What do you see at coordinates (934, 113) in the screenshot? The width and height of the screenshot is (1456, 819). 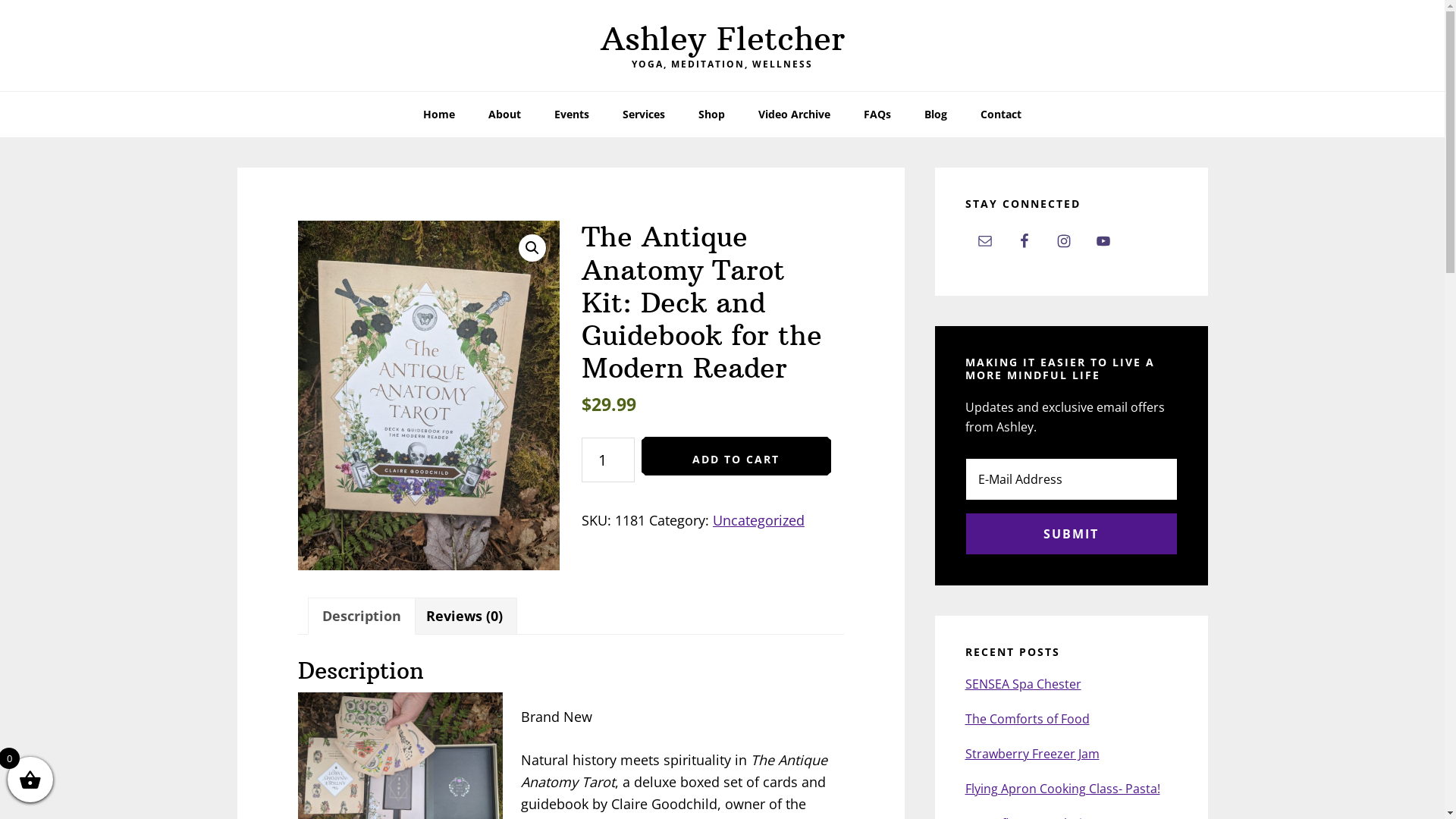 I see `'Blog'` at bounding box center [934, 113].